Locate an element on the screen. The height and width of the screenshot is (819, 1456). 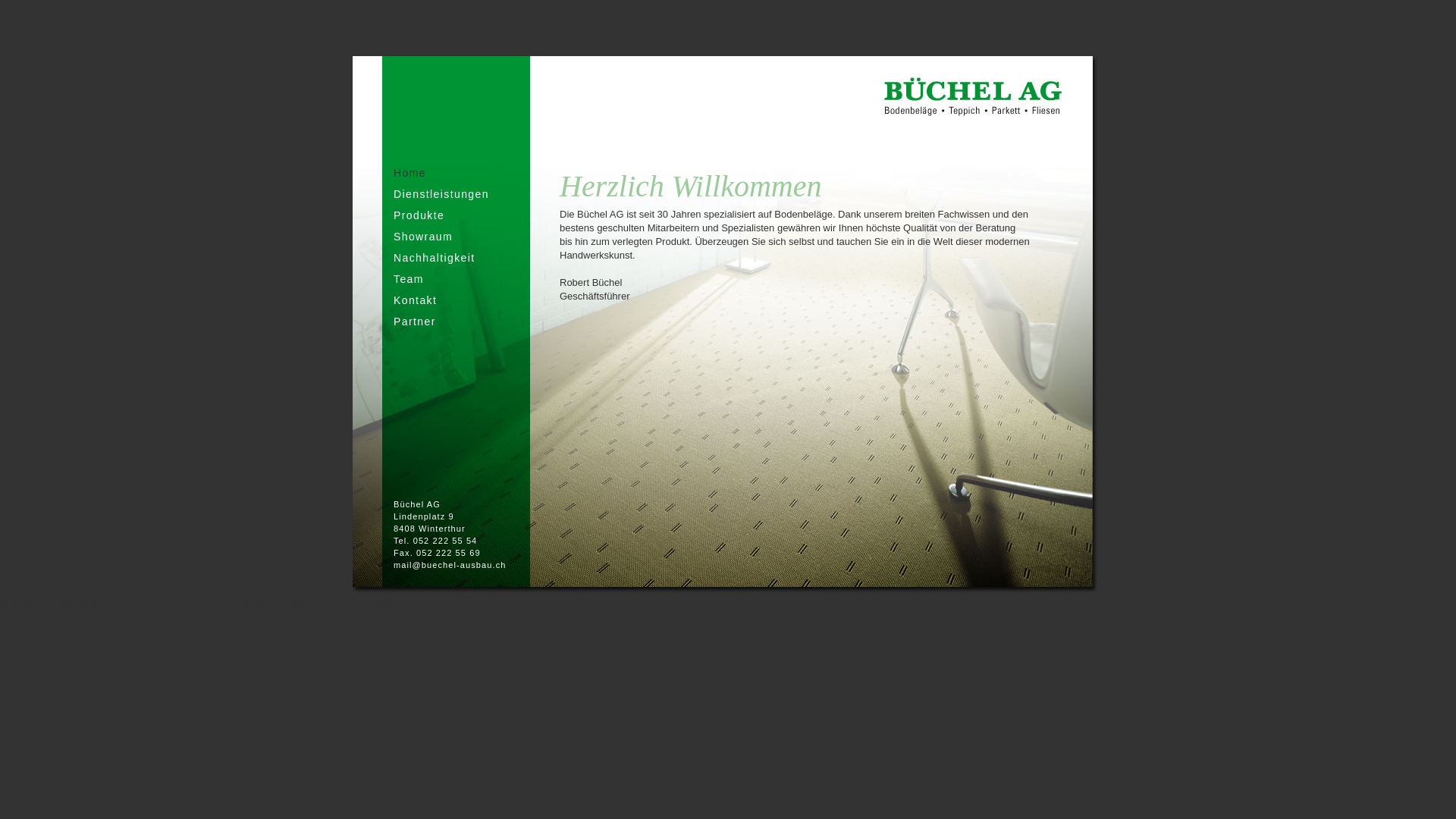
'Dienstleistungen' is located at coordinates (440, 193).